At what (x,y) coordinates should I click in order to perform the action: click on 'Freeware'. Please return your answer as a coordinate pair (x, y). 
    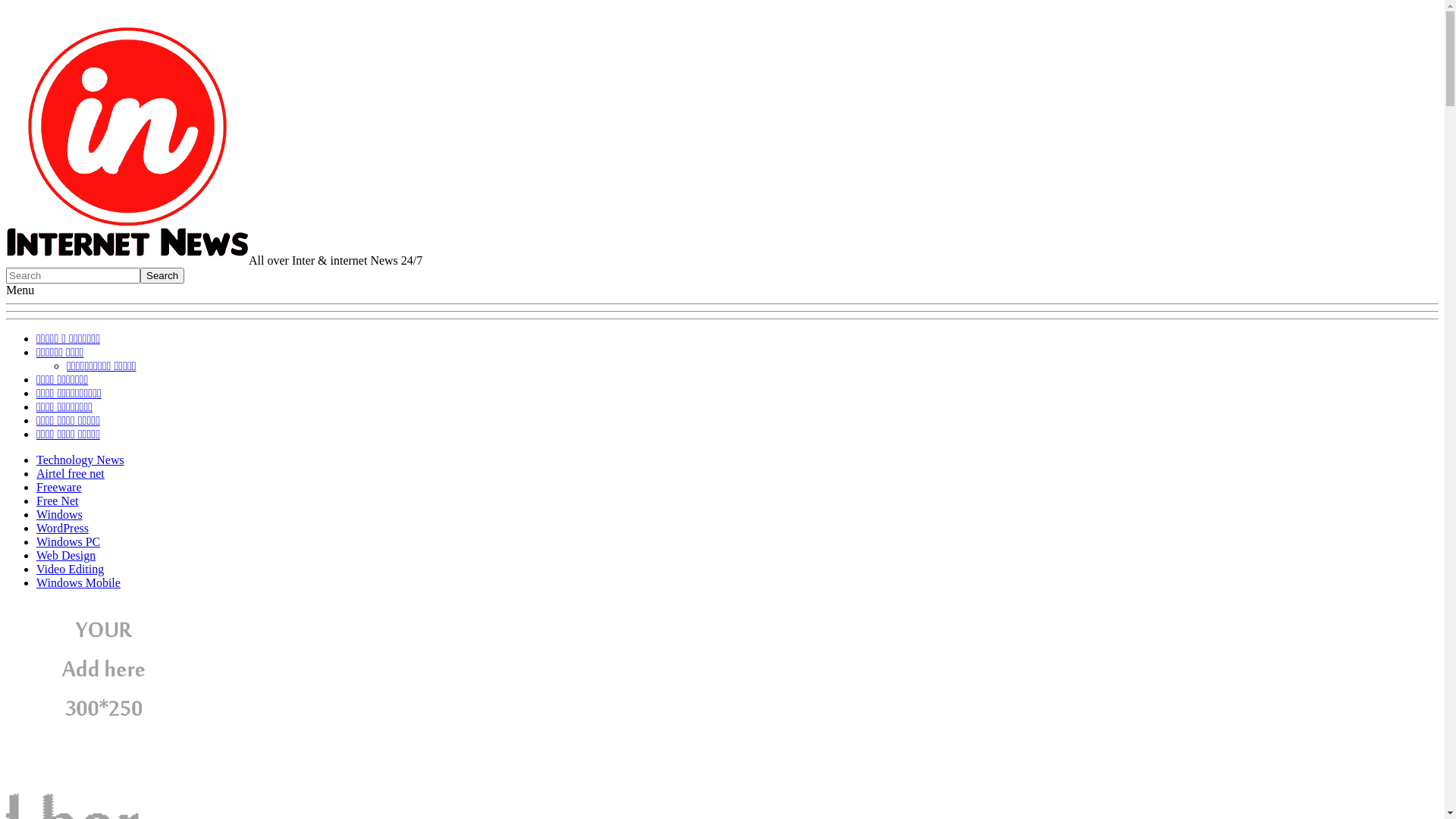
    Looking at the image, I should click on (58, 487).